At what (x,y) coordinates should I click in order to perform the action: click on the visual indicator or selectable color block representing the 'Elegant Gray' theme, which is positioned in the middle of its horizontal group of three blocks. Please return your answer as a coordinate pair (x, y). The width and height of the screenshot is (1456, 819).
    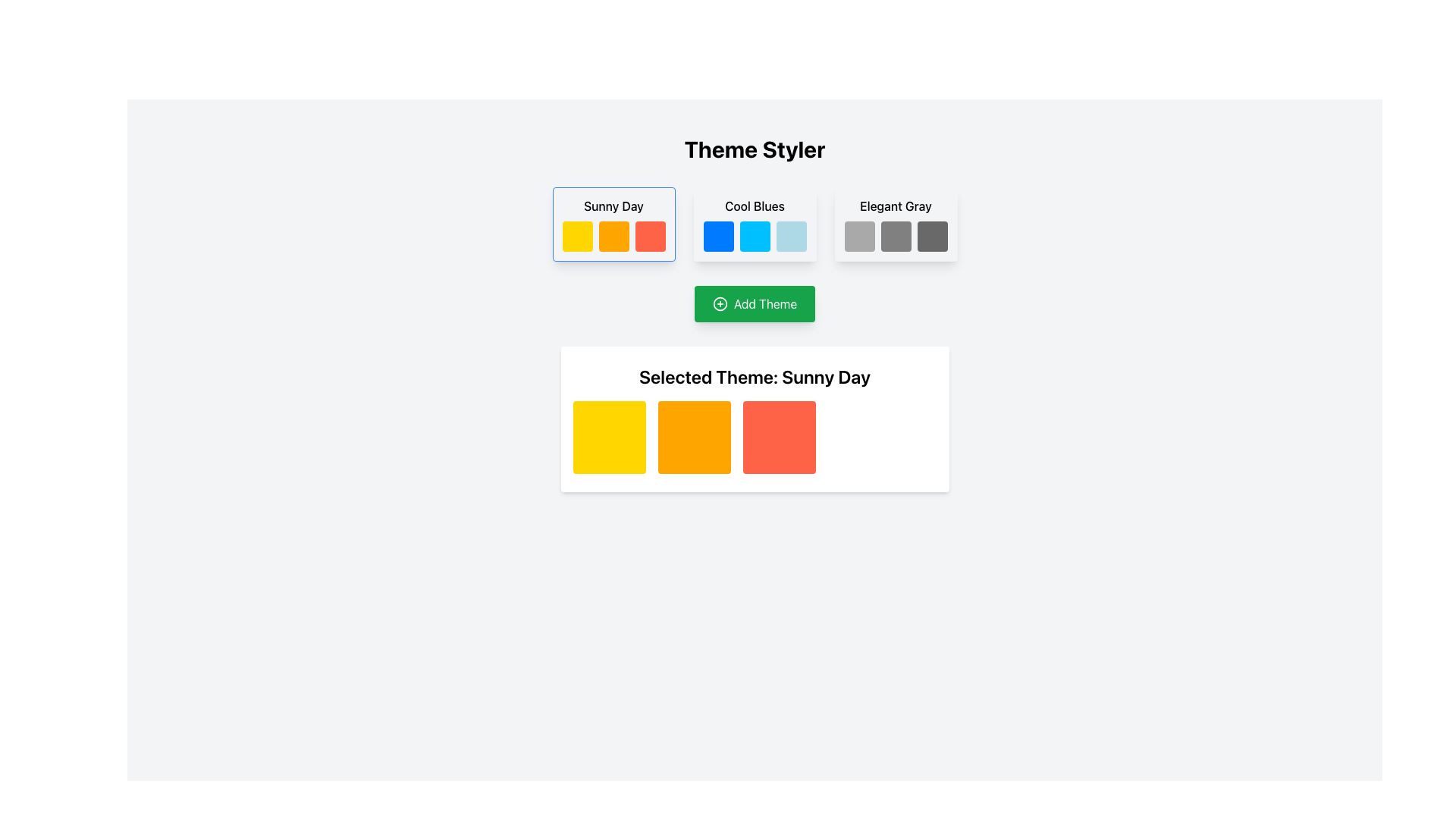
    Looking at the image, I should click on (896, 237).